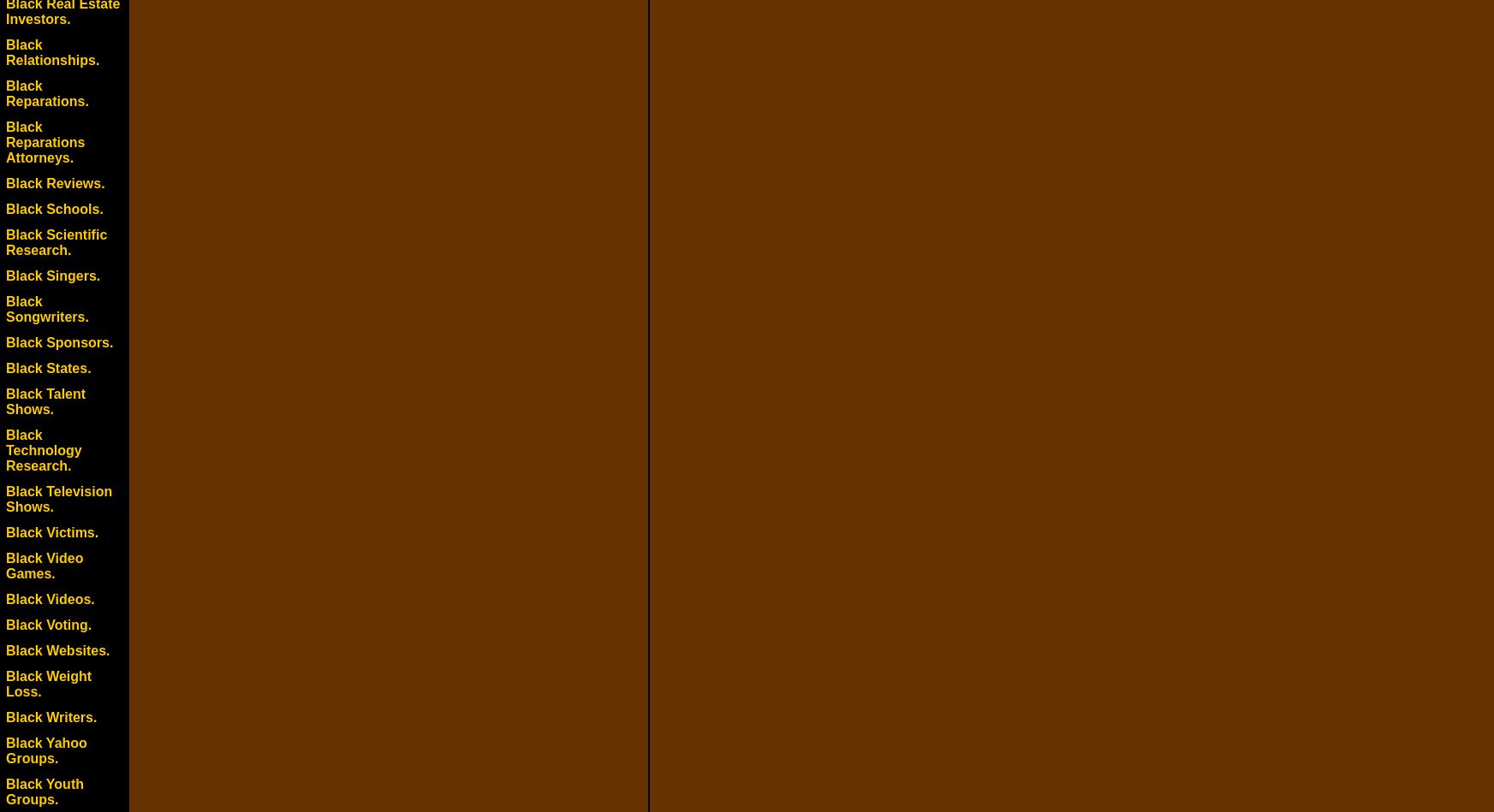  What do you see at coordinates (44, 791) in the screenshot?
I see `'Black Youth Groups.'` at bounding box center [44, 791].